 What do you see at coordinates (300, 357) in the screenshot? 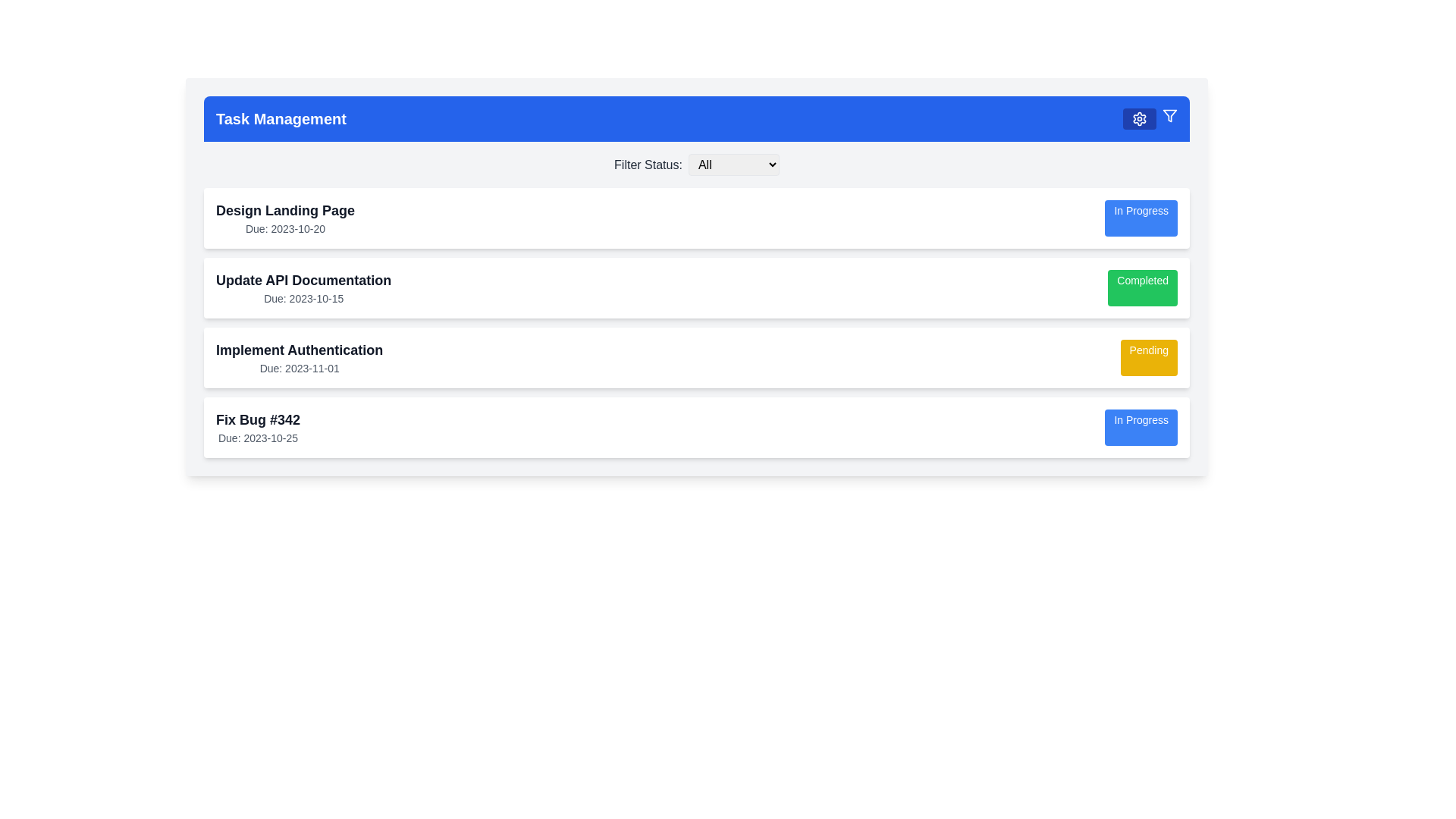
I see `the Text block representing the task 'Implement Authentication' within the task card, located between 'Update API Documentation' and 'Fix Bug #342'` at bounding box center [300, 357].